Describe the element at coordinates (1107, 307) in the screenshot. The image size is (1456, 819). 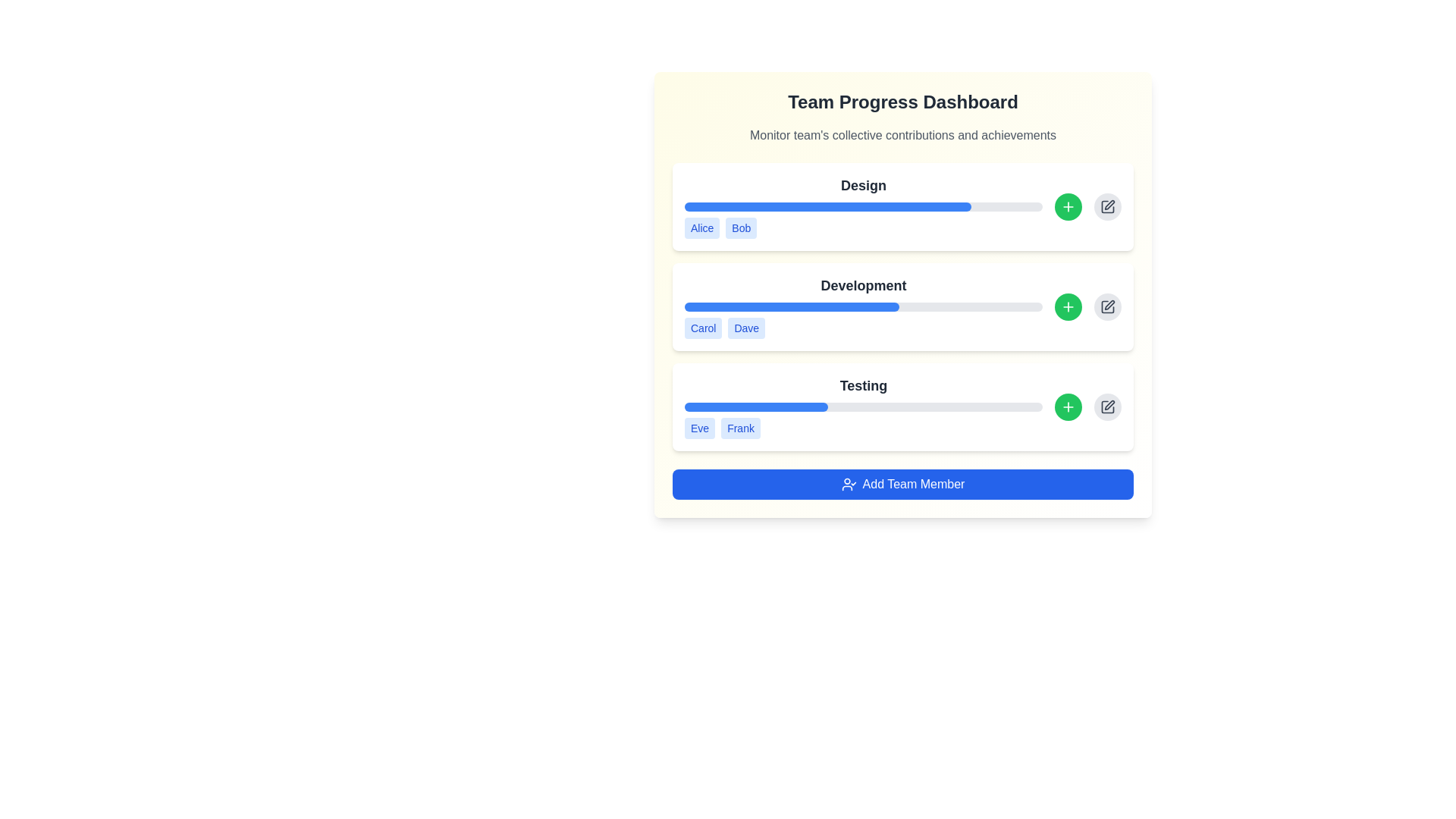
I see `the Button Icon located on the right side of the 'Development' row in the Team Progress Dashboard` at that location.